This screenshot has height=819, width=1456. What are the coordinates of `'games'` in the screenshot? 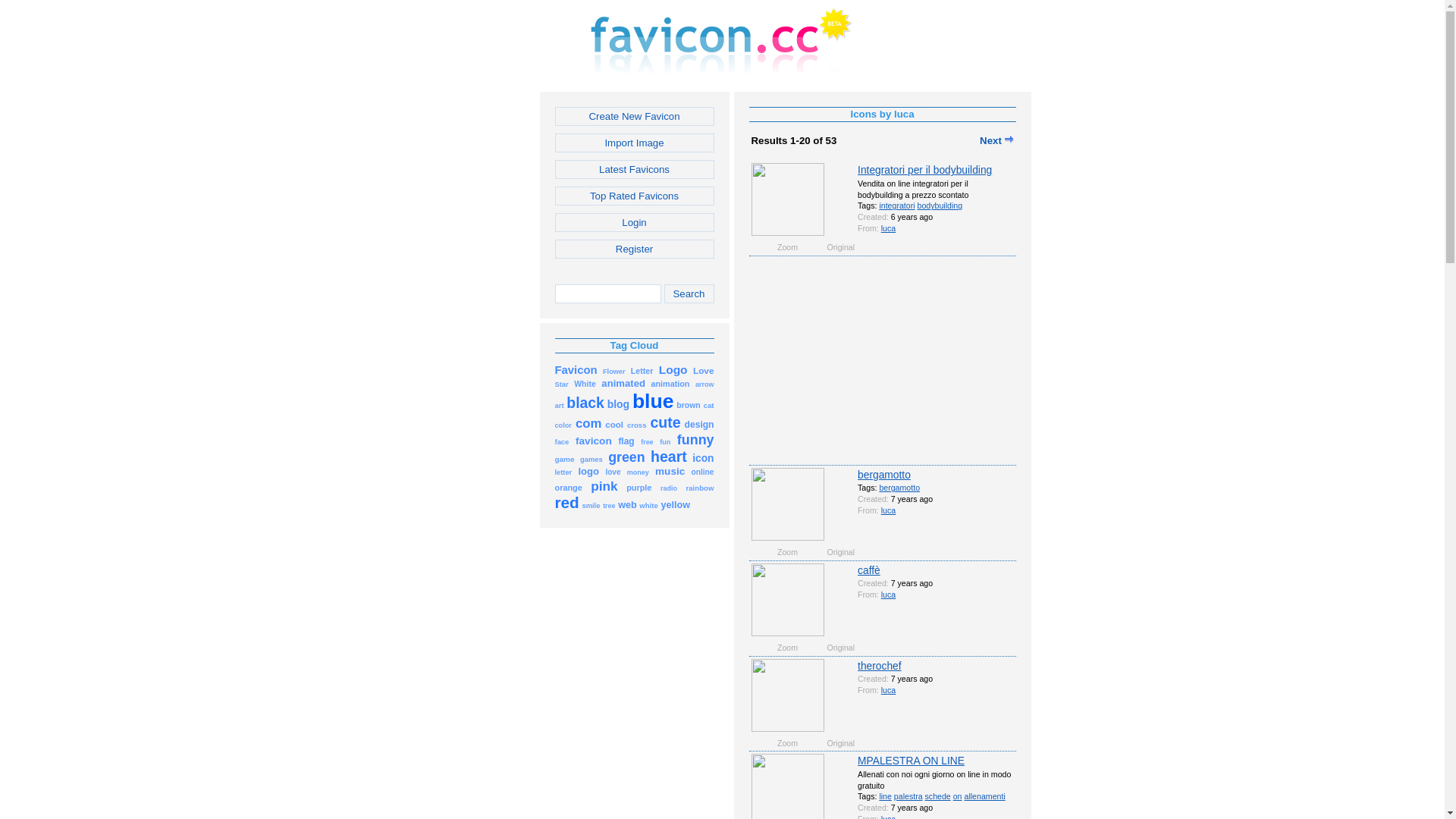 It's located at (590, 457).